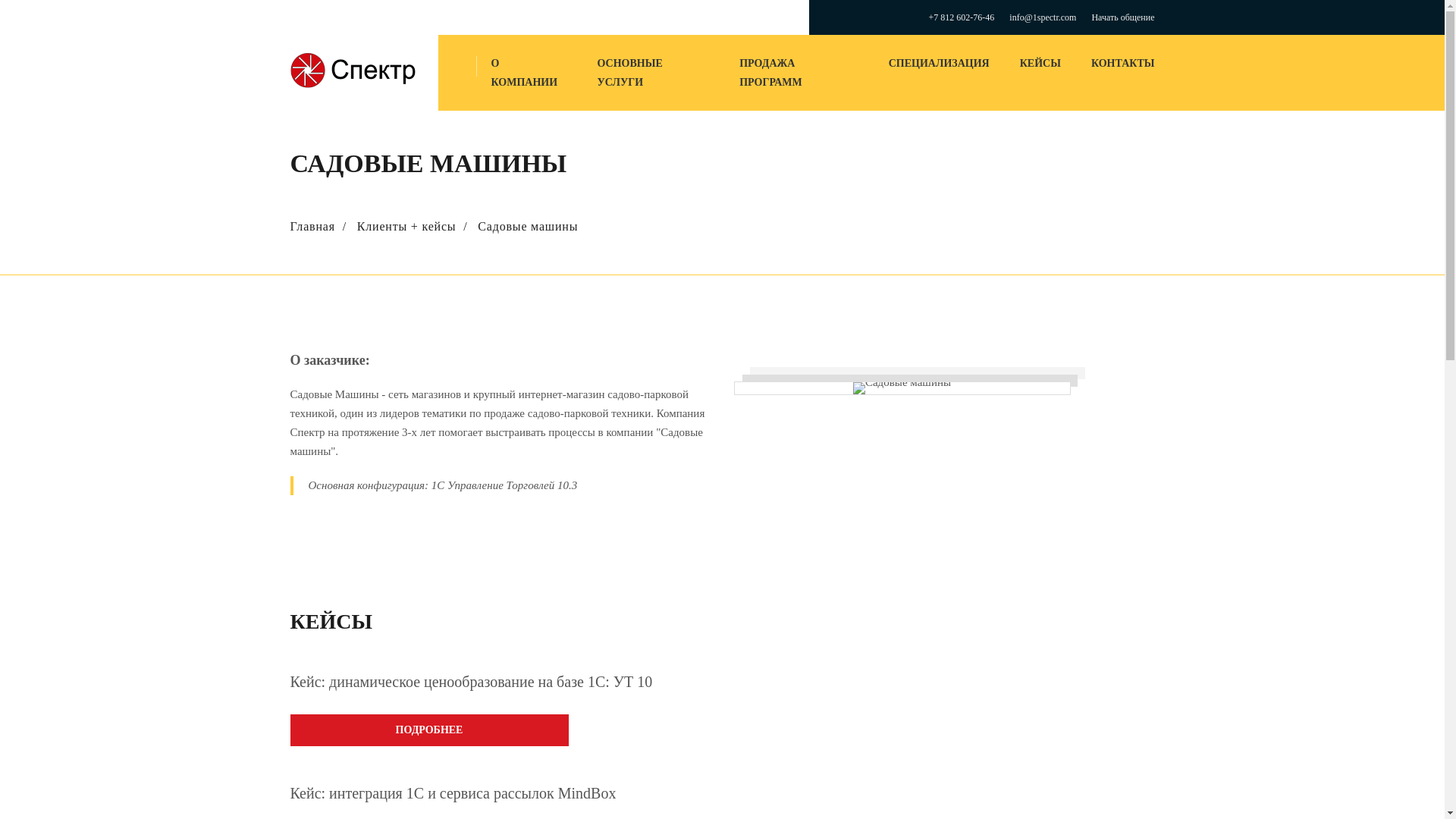  What do you see at coordinates (1041, 17) in the screenshot?
I see `'info@1spectr.com'` at bounding box center [1041, 17].